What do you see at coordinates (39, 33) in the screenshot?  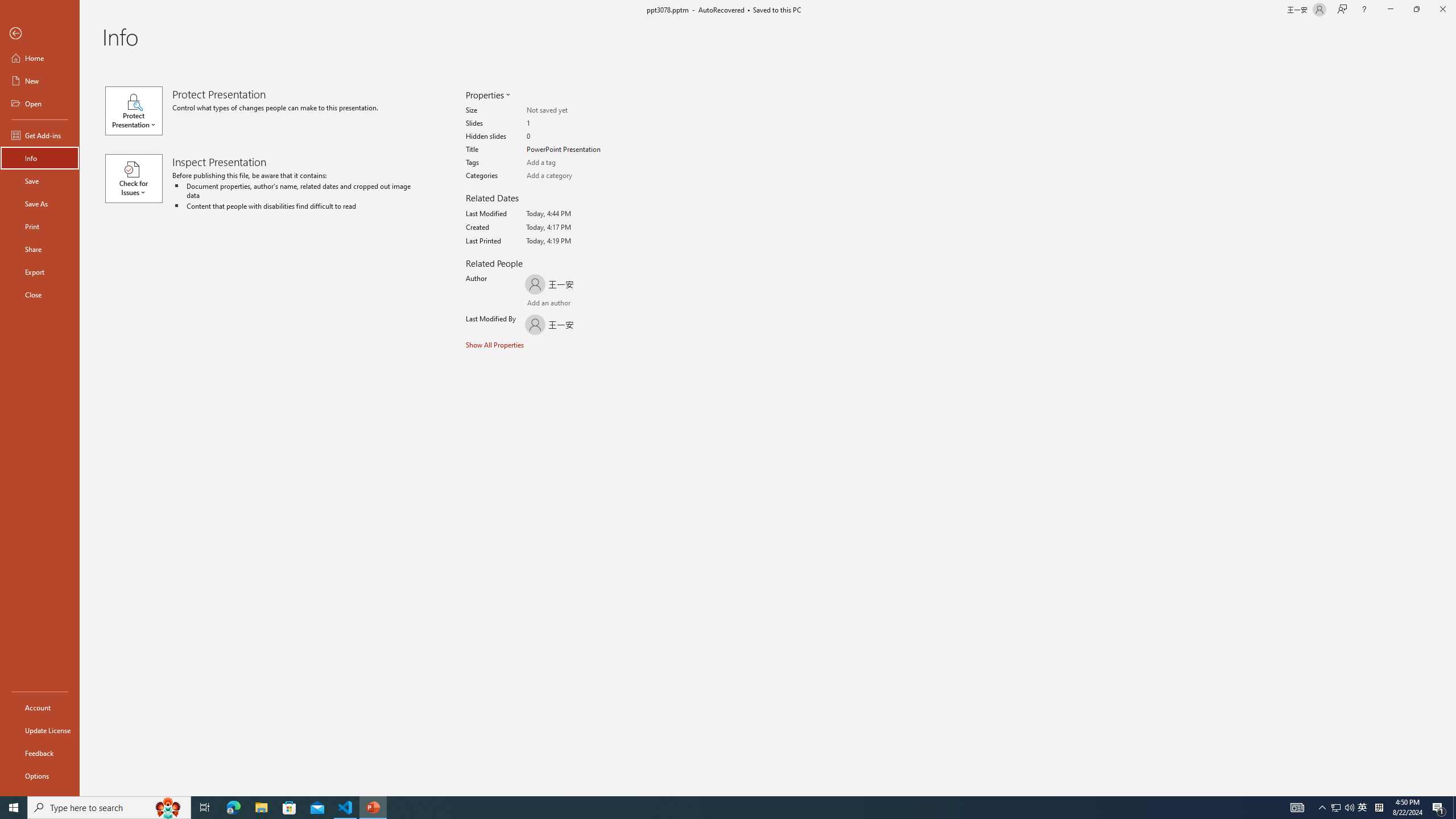 I see `'Back'` at bounding box center [39, 33].